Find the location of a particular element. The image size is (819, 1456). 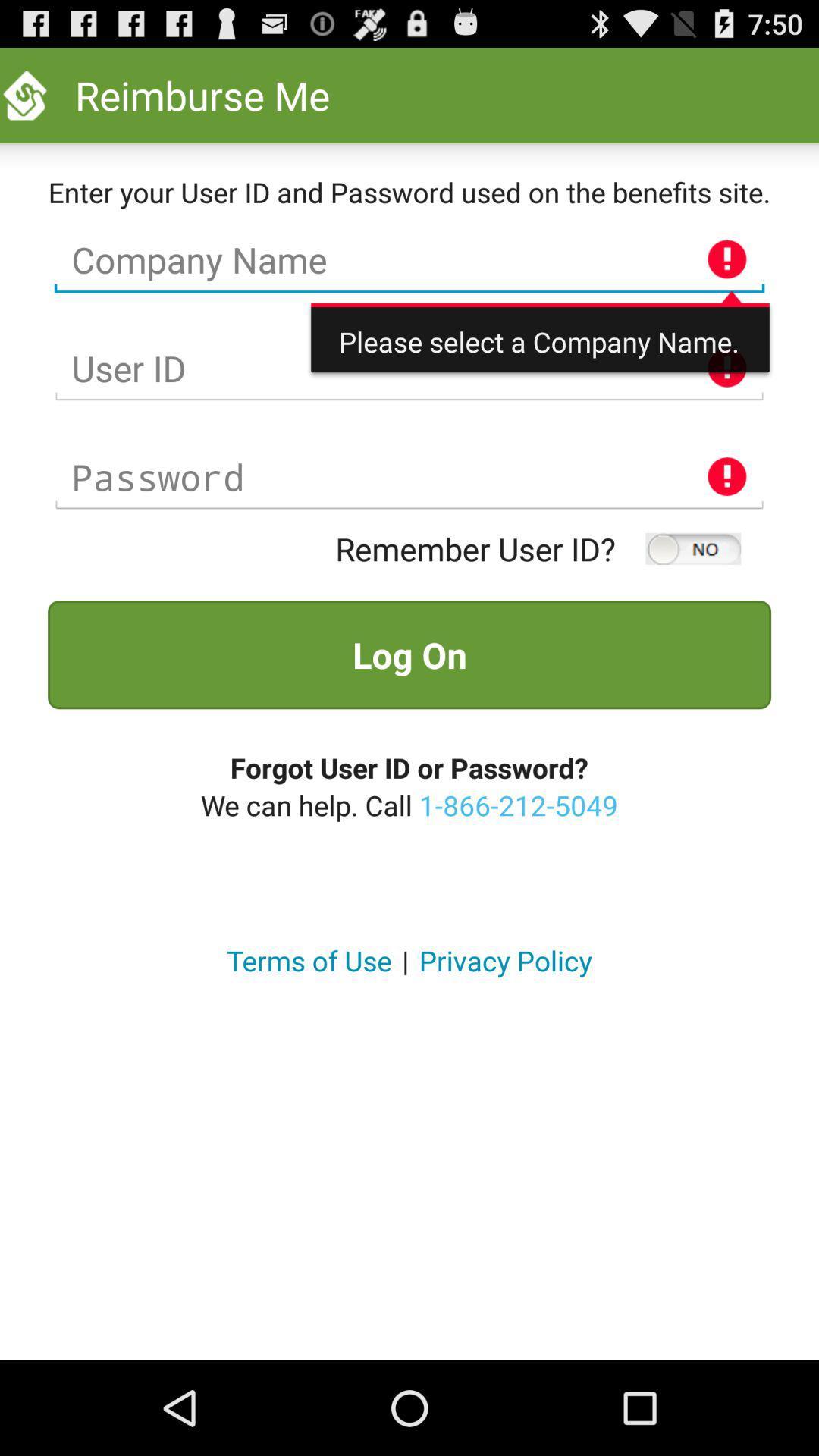

type the password is located at coordinates (409, 476).